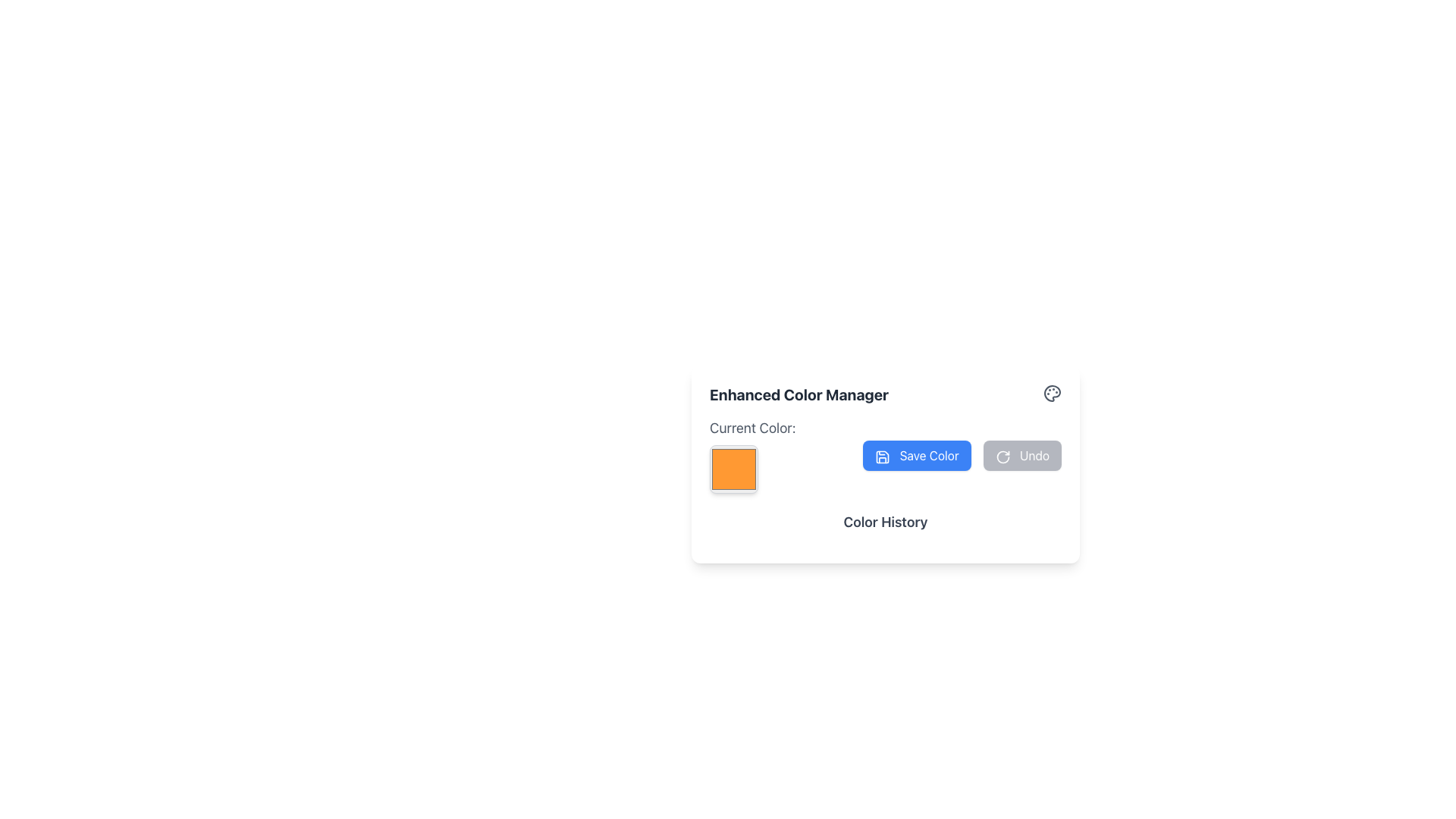 The width and height of the screenshot is (1456, 819). I want to click on the color palette icon located in the top-right corner of the 'Enhanced Color Manager' interface, which is styled with a gray color and features an irregular circle outline with smaller circular details inside, so click(1051, 393).